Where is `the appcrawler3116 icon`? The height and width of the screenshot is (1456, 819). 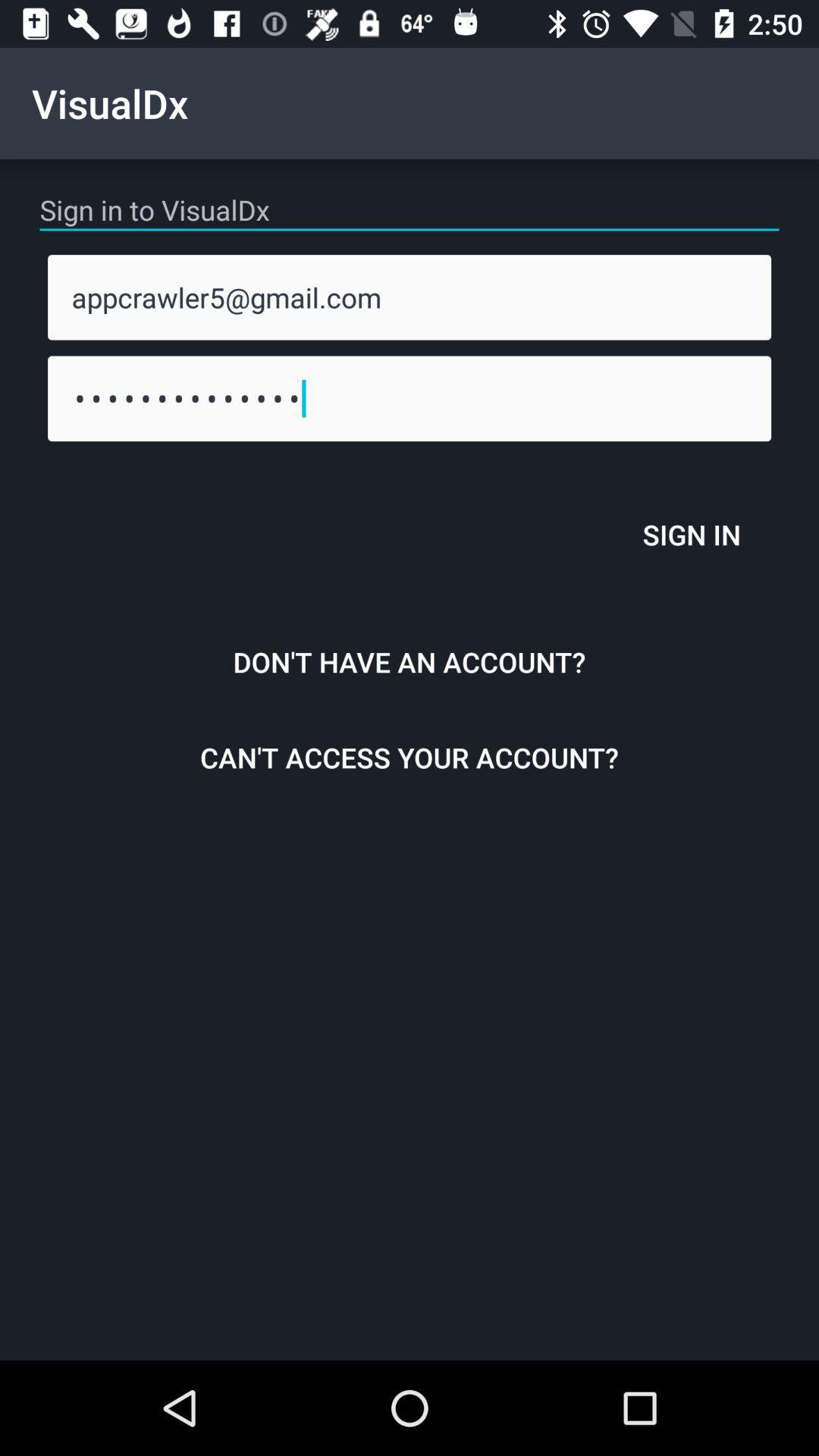
the appcrawler3116 icon is located at coordinates (409, 398).